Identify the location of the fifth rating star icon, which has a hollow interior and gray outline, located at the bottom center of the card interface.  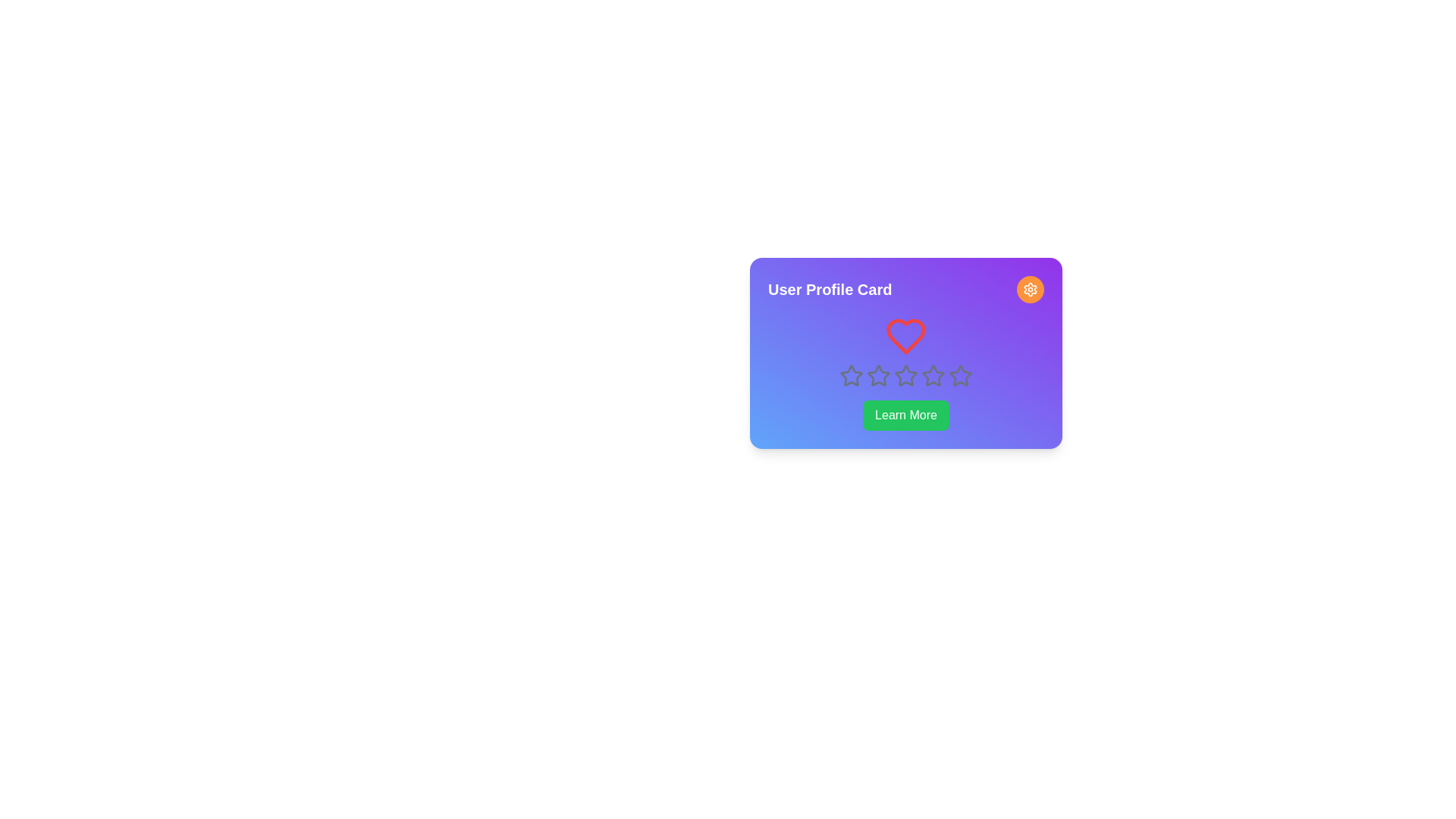
(932, 375).